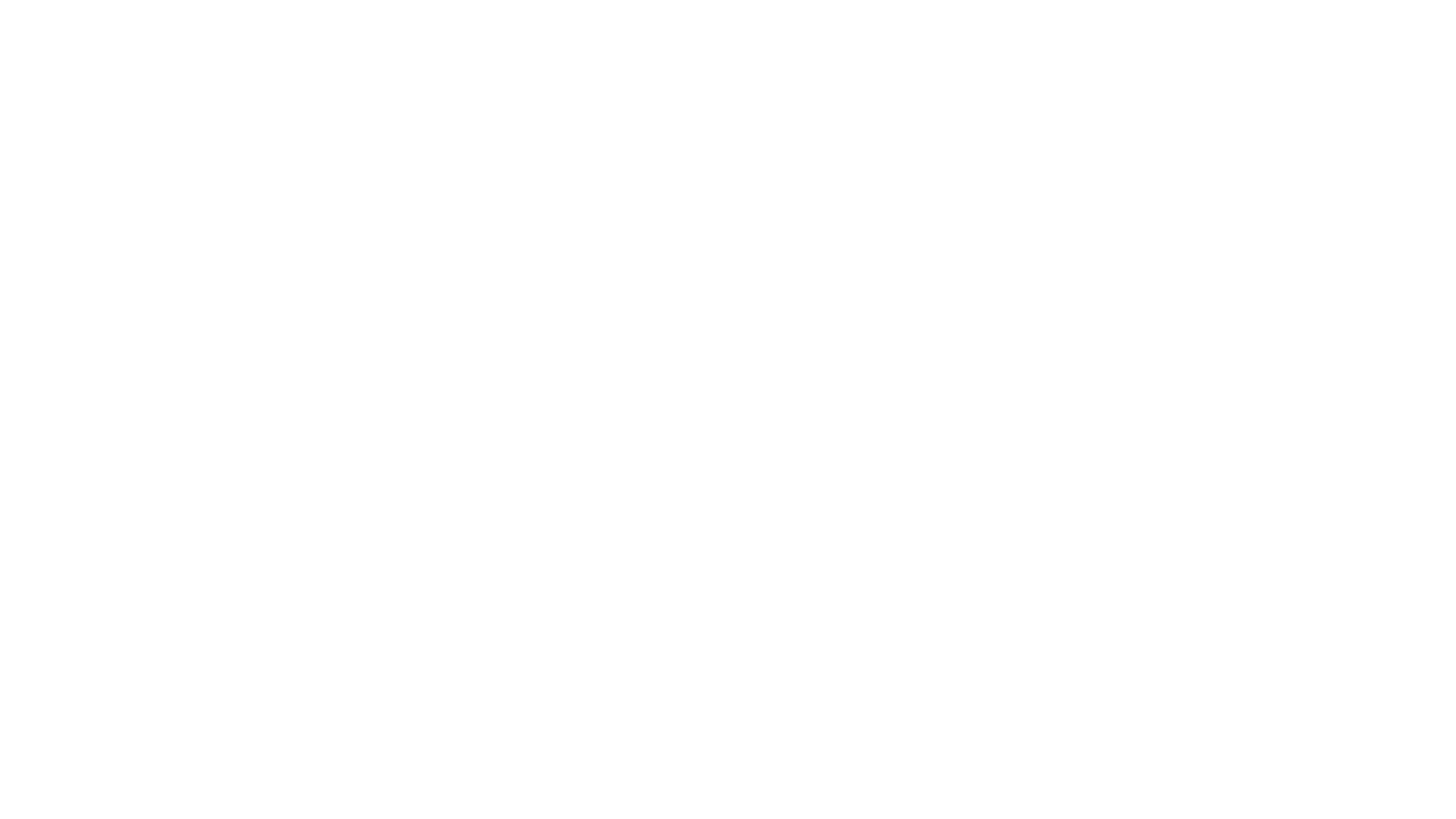 This screenshot has height=819, width=1456. Describe the element at coordinates (55, 773) in the screenshot. I see `Play` at that location.